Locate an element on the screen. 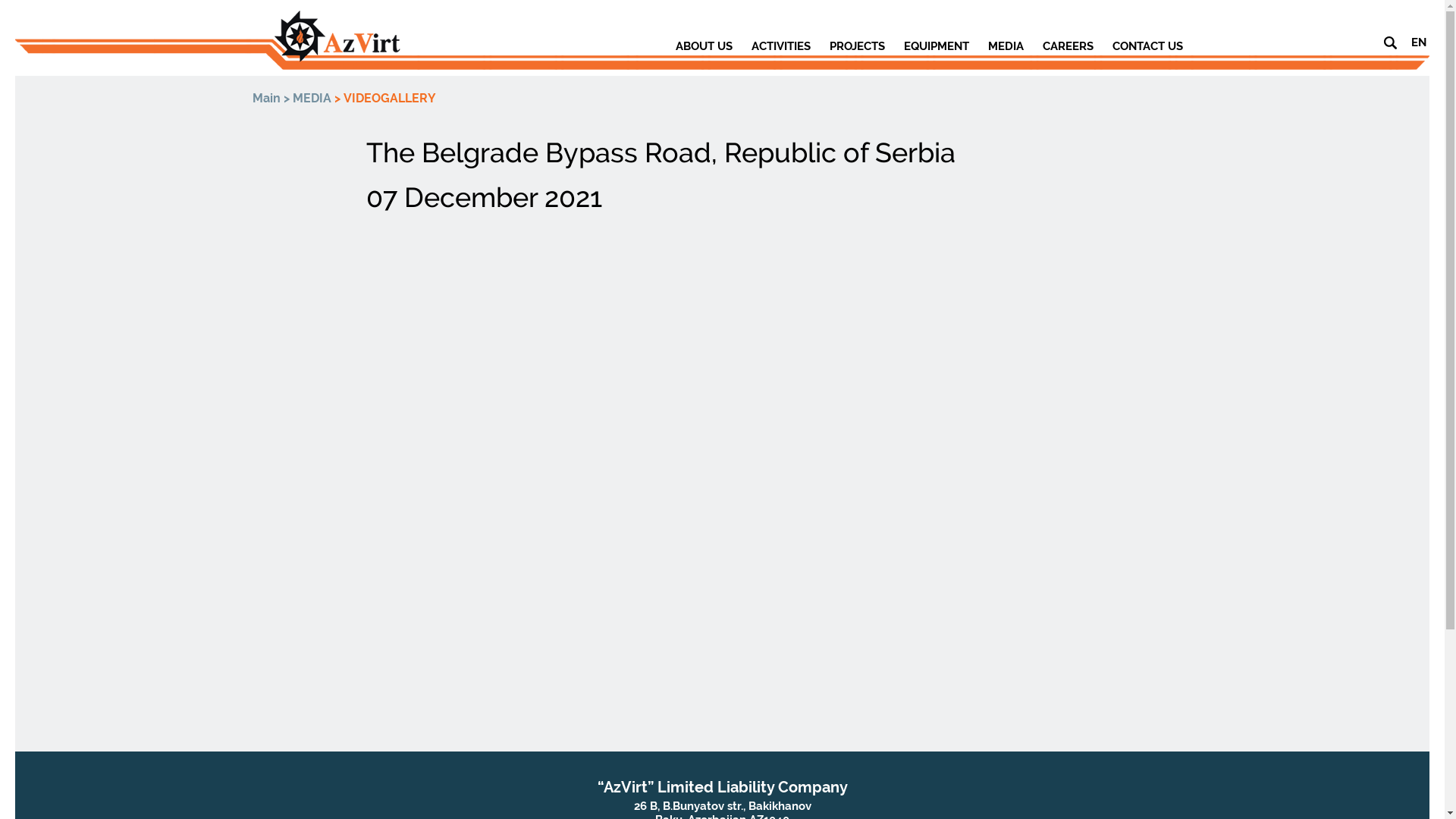  'MEDIA' is located at coordinates (311, 98).